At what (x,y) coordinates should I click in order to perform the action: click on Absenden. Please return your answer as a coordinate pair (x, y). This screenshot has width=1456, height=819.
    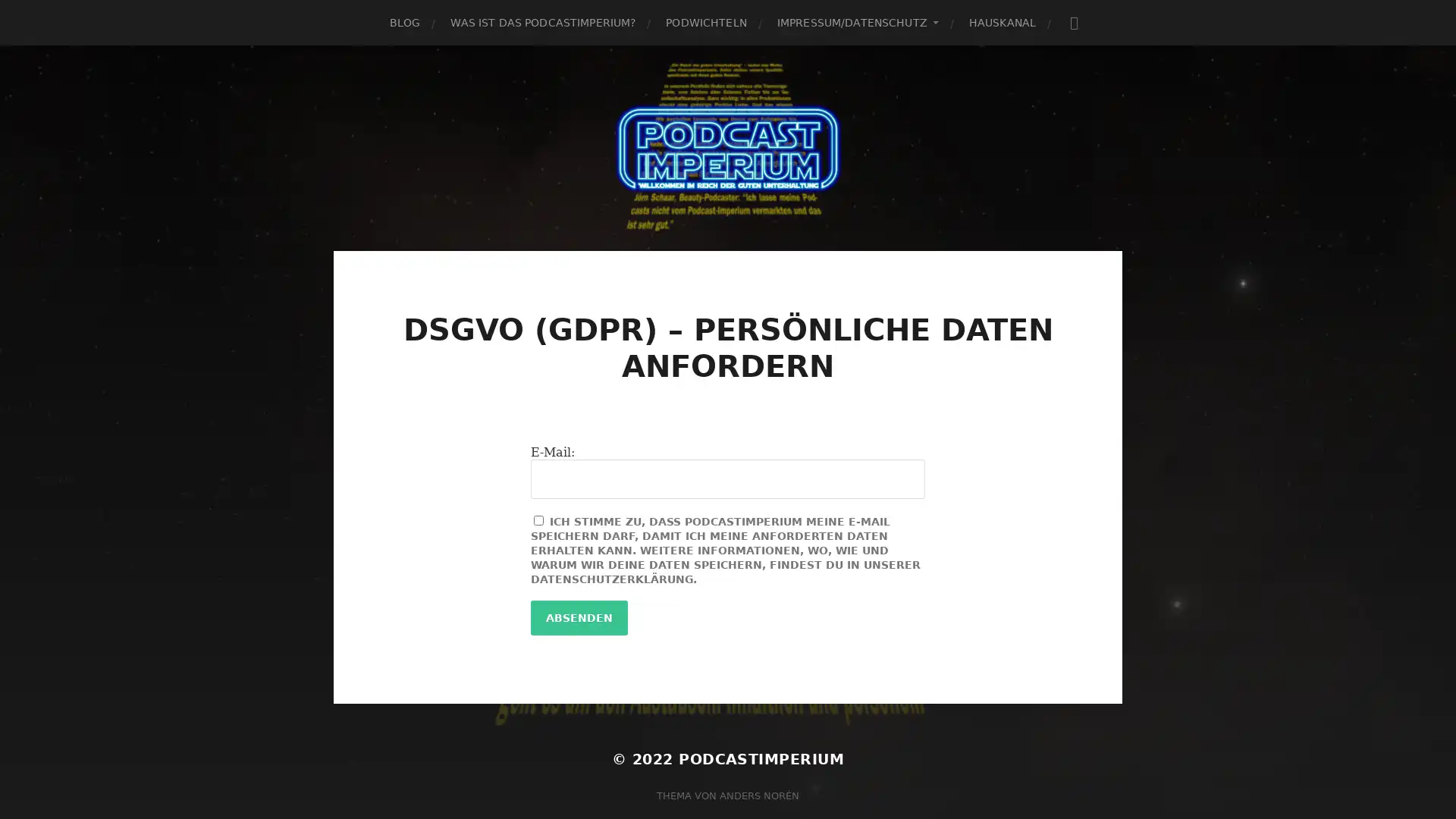
    Looking at the image, I should click on (578, 617).